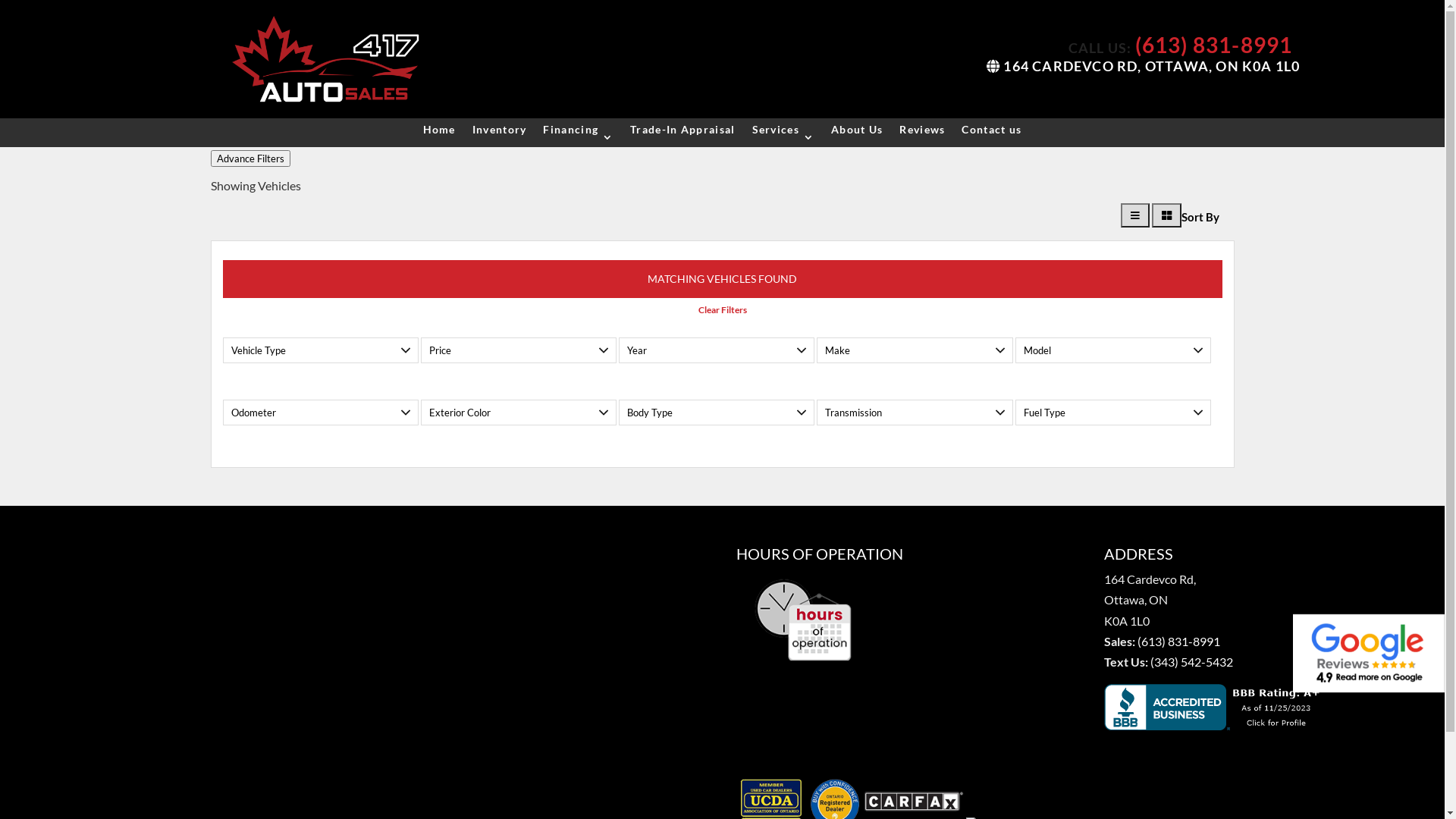 The height and width of the screenshot is (819, 1456). Describe the element at coordinates (1015, 350) in the screenshot. I see `'Model'` at that location.